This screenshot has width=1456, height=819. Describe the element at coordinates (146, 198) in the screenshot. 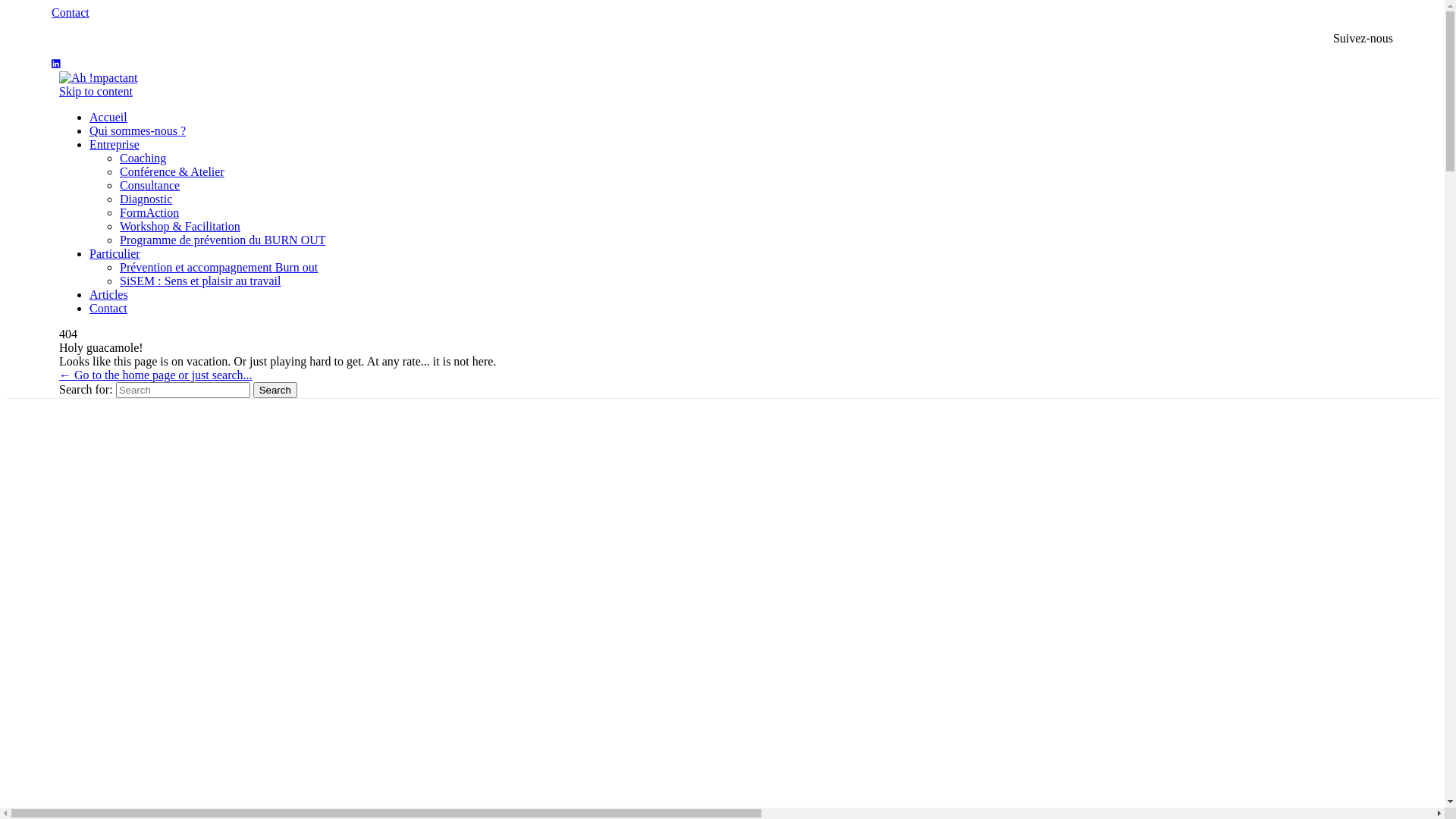

I see `'Diagnostic'` at that location.